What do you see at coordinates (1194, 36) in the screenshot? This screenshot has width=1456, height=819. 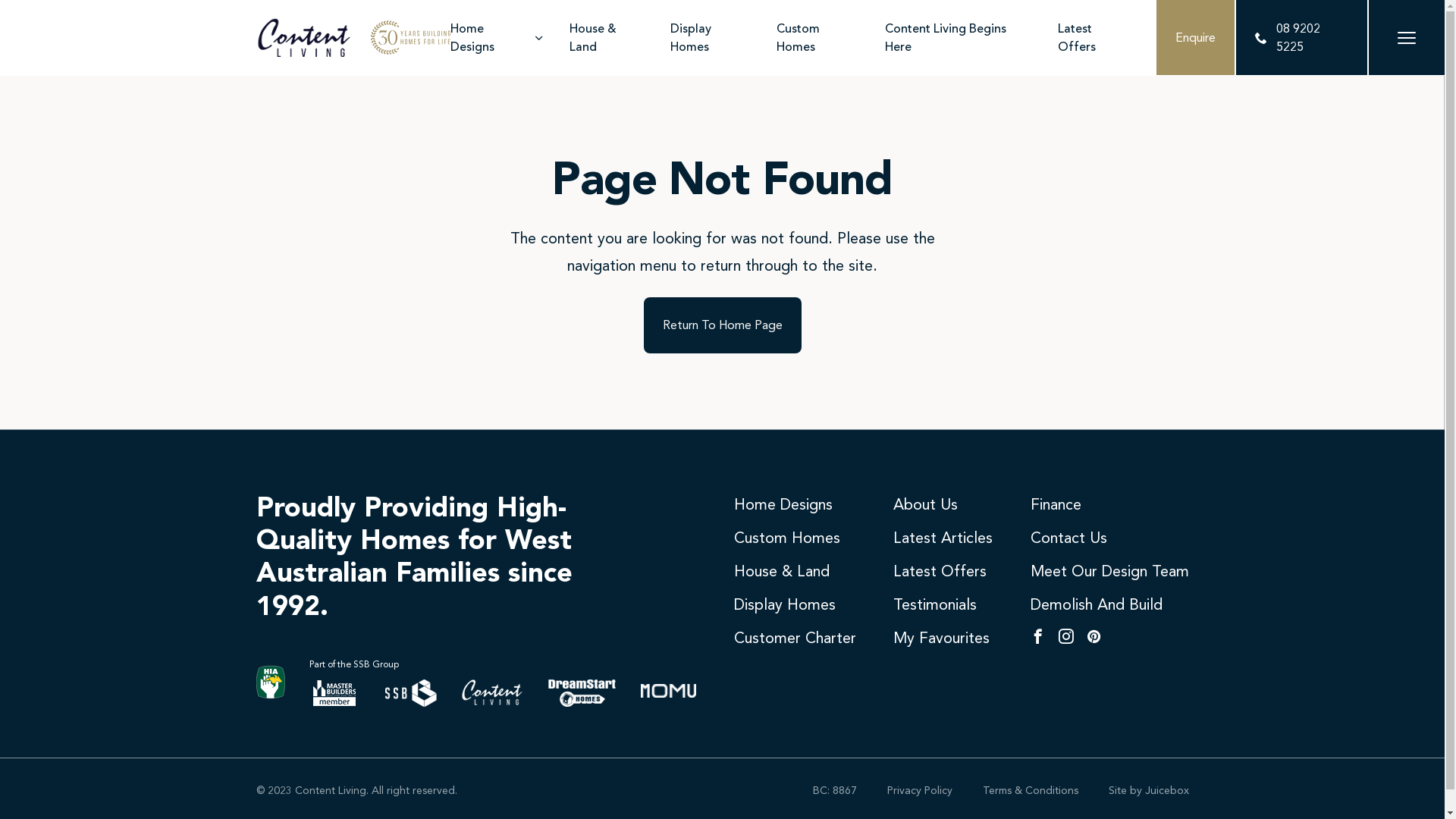 I see `'Enquire'` at bounding box center [1194, 36].